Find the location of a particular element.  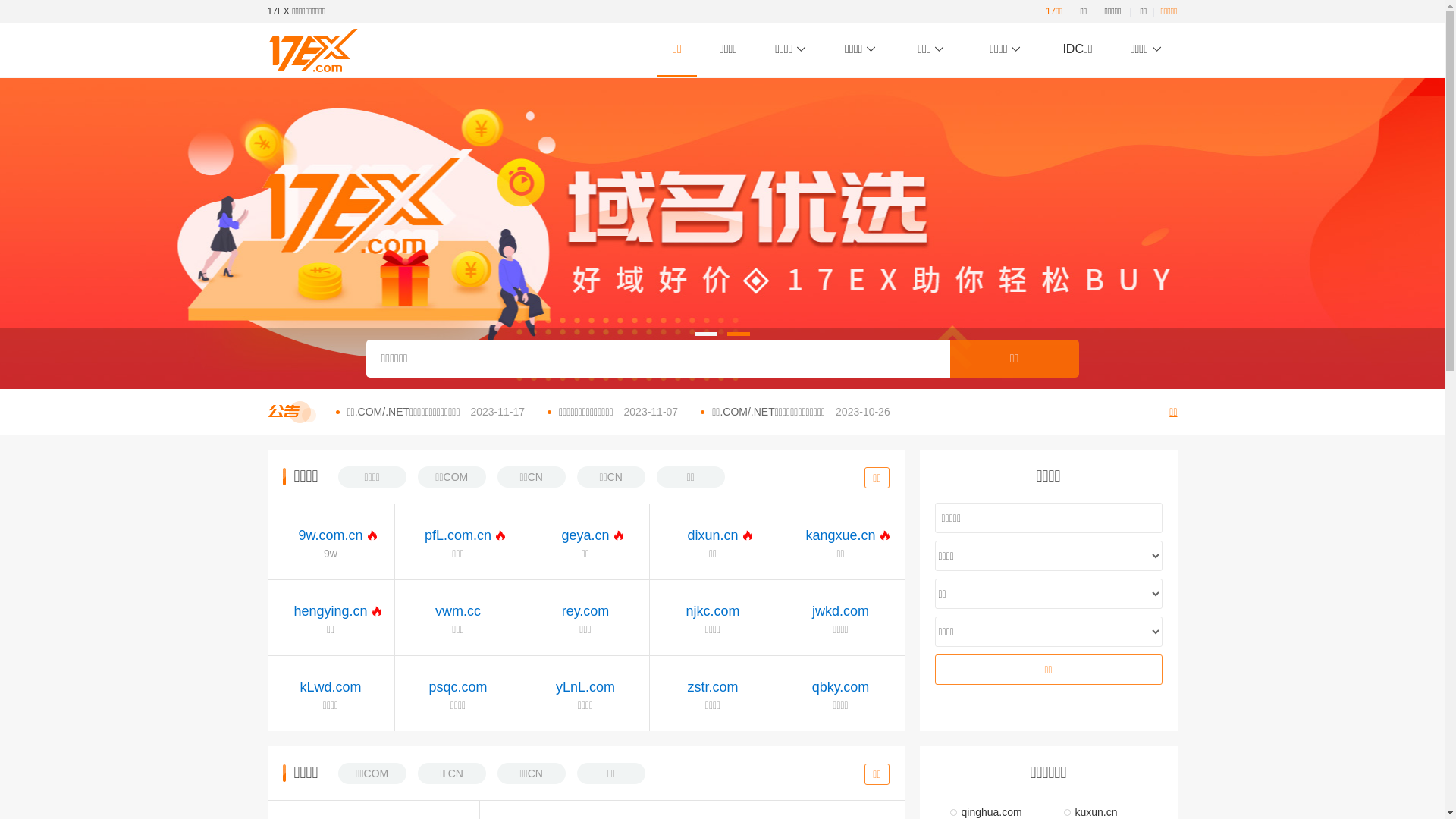

'9w.com.cn is located at coordinates (330, 541).